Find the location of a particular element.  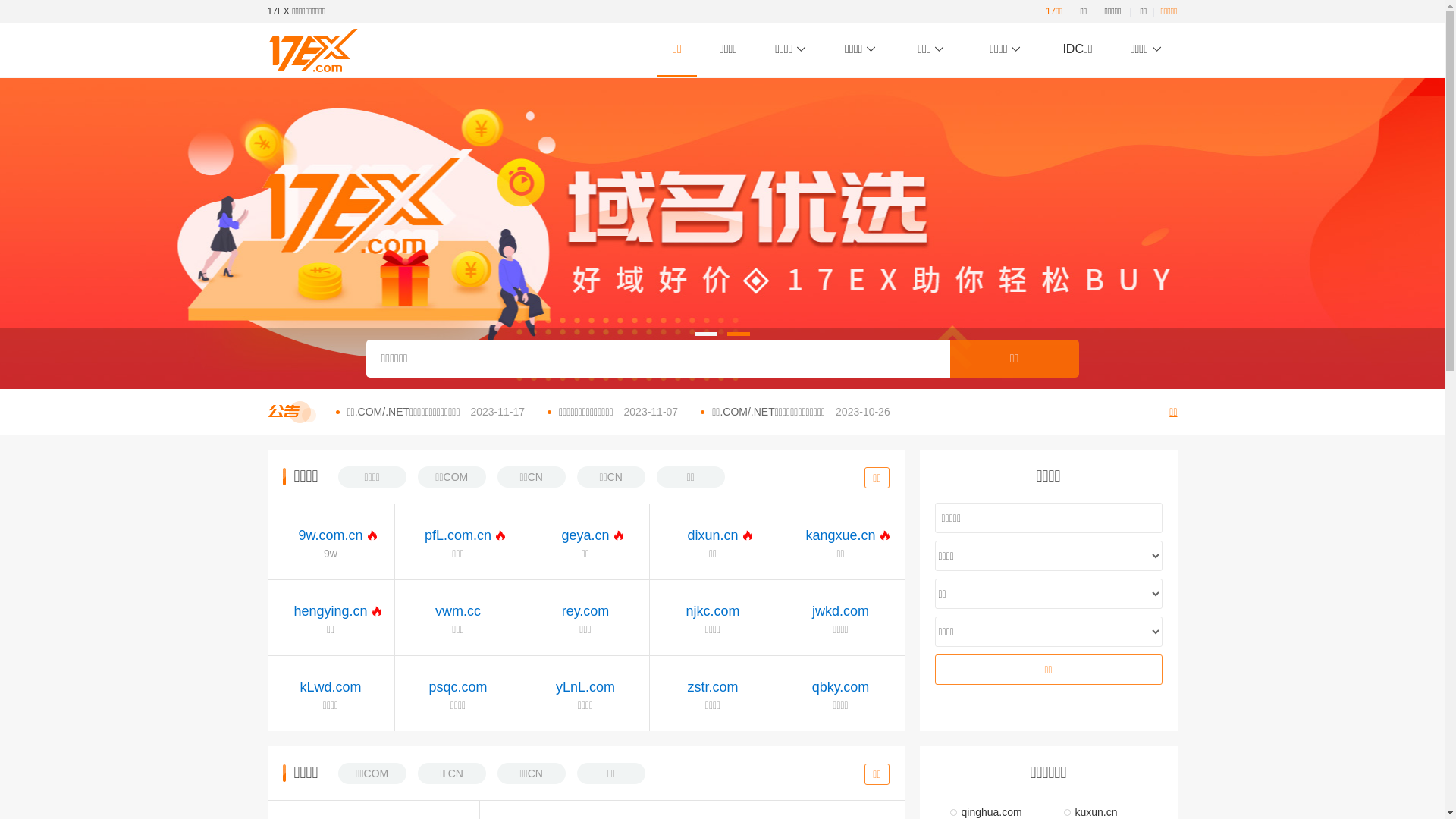

'9w.com.cn is located at coordinates (330, 541).